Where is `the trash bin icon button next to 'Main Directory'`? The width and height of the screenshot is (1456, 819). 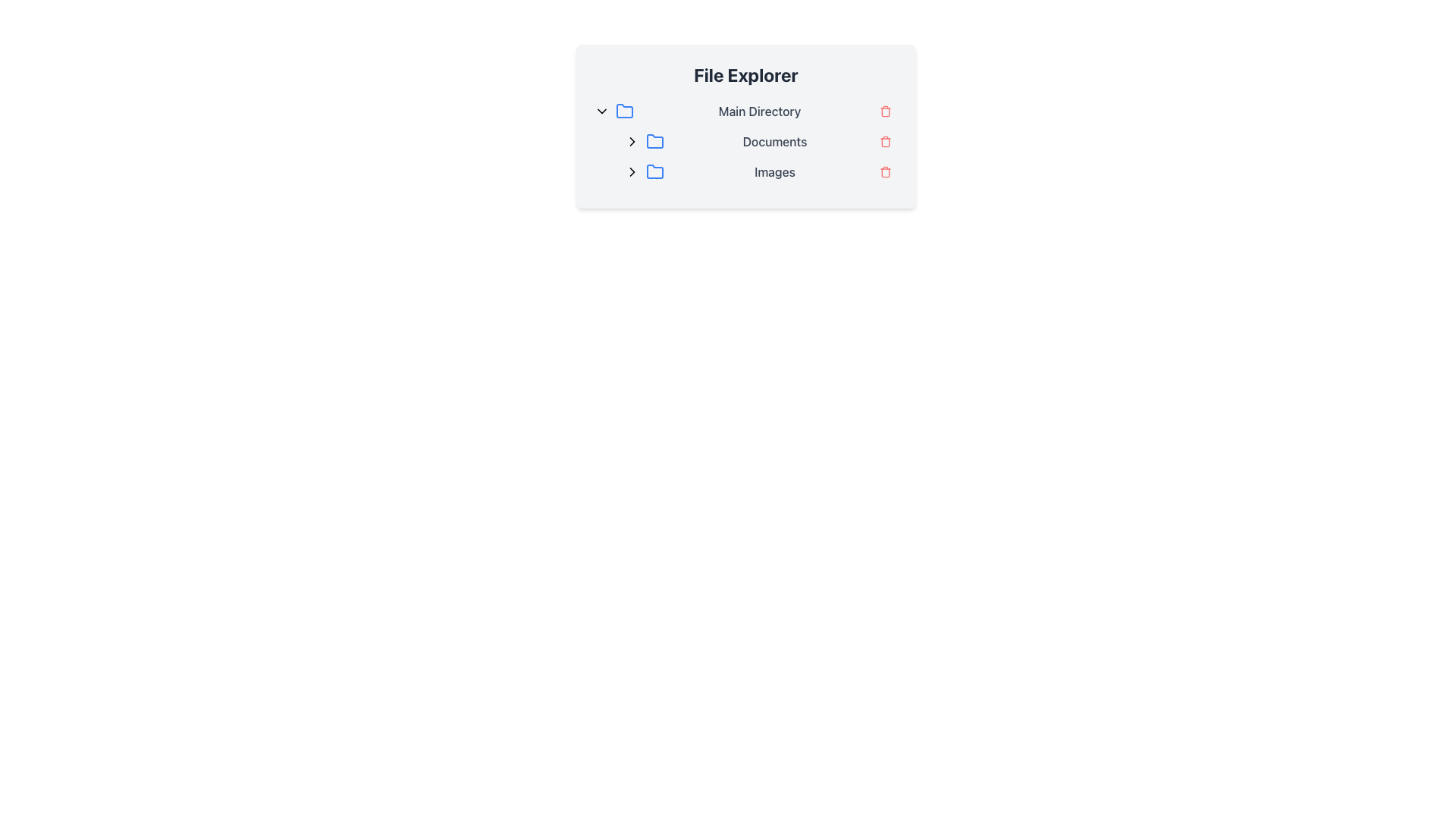
the trash bin icon button next to 'Main Directory' is located at coordinates (885, 110).